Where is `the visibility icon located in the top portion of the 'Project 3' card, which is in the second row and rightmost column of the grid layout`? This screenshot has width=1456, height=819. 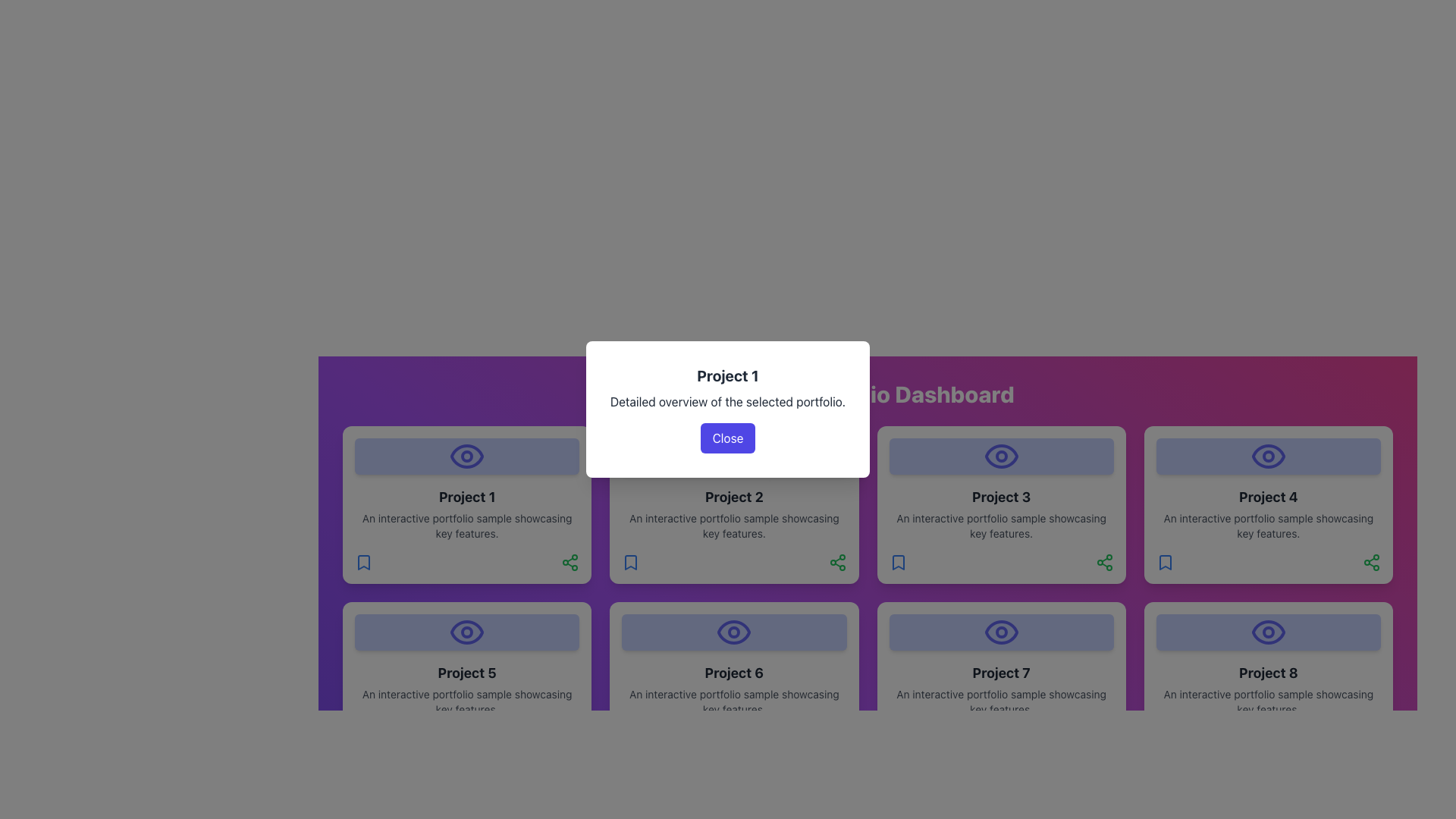
the visibility icon located in the top portion of the 'Project 3' card, which is in the second row and rightmost column of the grid layout is located at coordinates (1001, 455).